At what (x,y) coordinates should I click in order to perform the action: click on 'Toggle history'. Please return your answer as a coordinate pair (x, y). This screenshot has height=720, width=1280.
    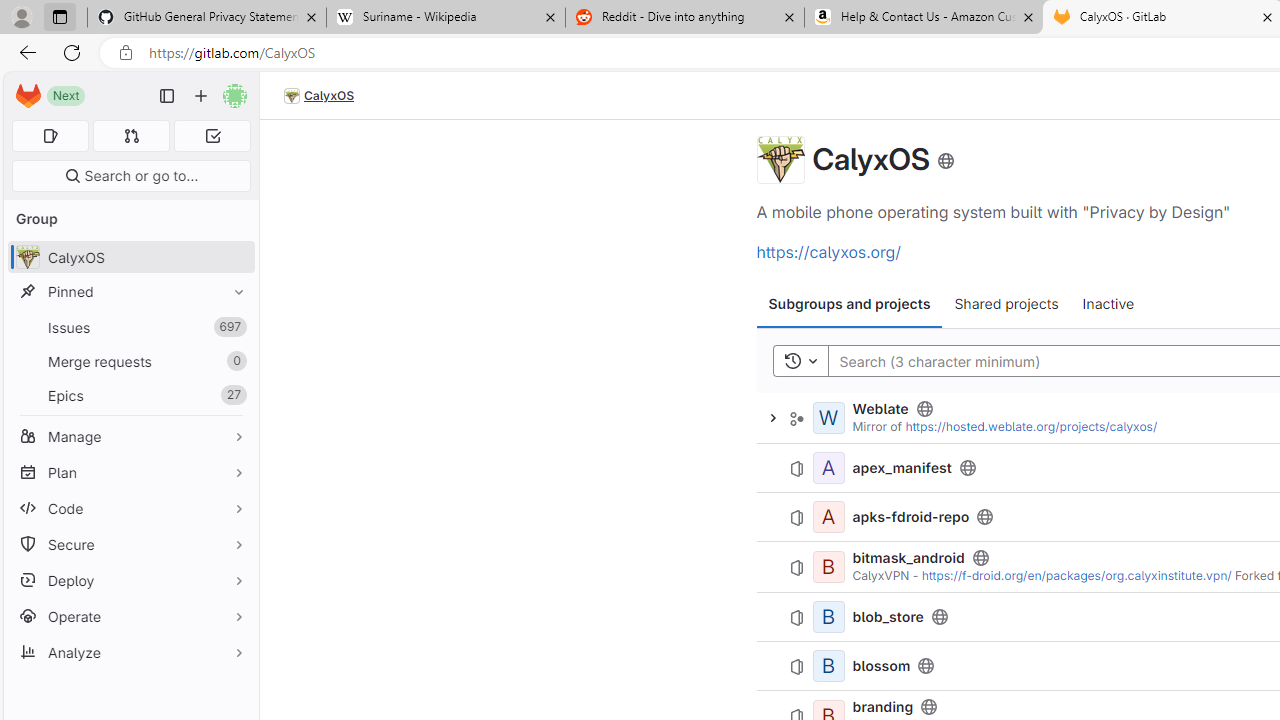
    Looking at the image, I should click on (800, 361).